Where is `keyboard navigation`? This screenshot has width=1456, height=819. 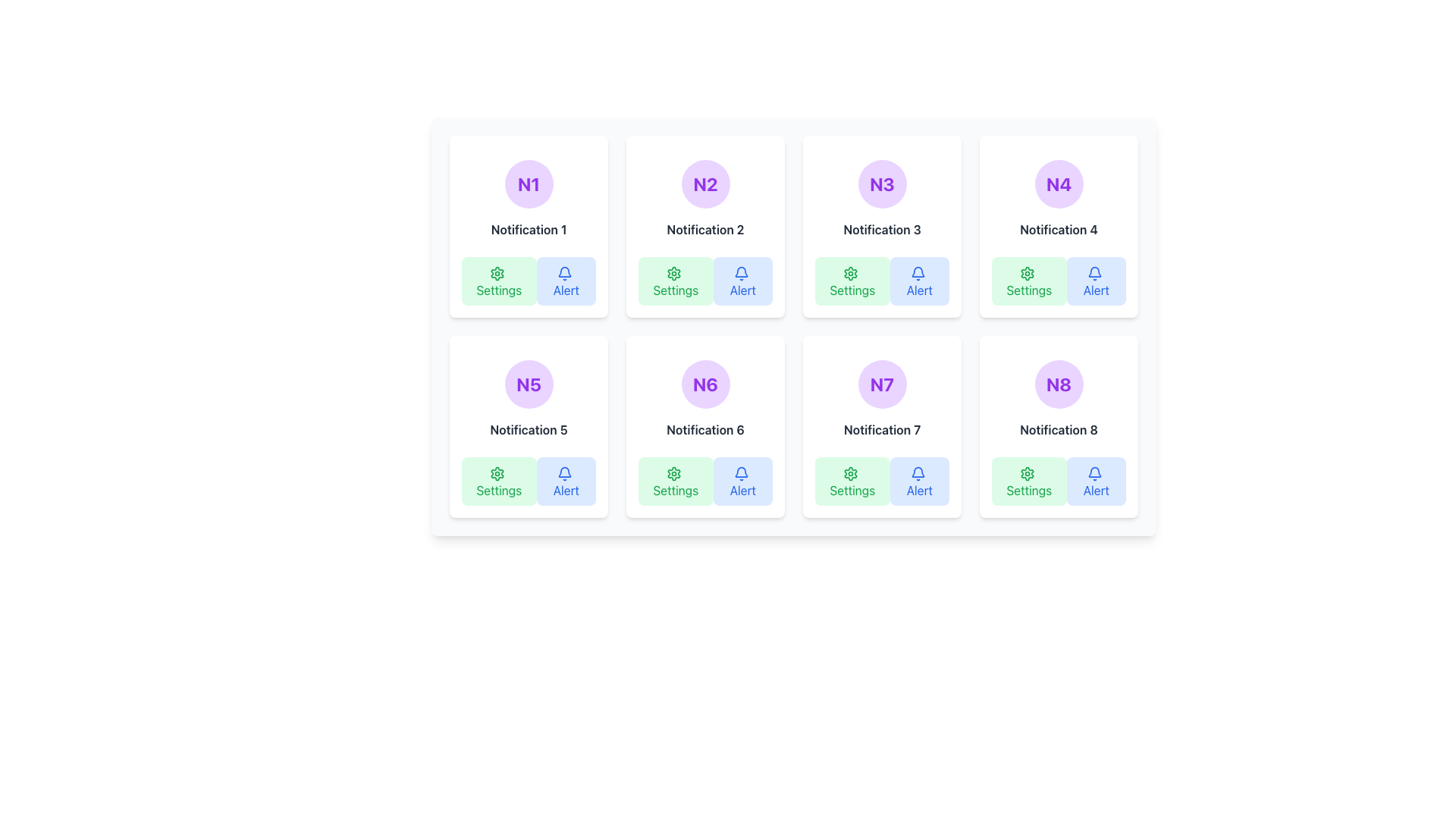
keyboard navigation is located at coordinates (851, 472).